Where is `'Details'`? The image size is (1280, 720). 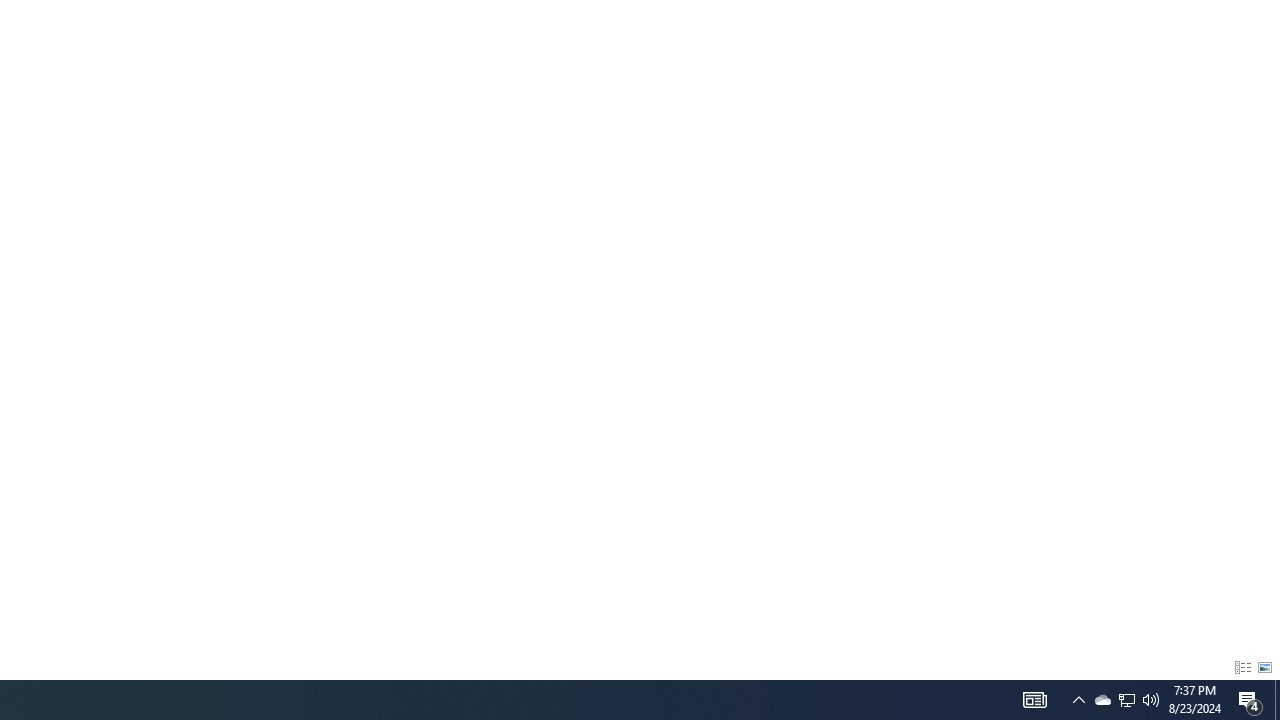 'Details' is located at coordinates (1241, 668).